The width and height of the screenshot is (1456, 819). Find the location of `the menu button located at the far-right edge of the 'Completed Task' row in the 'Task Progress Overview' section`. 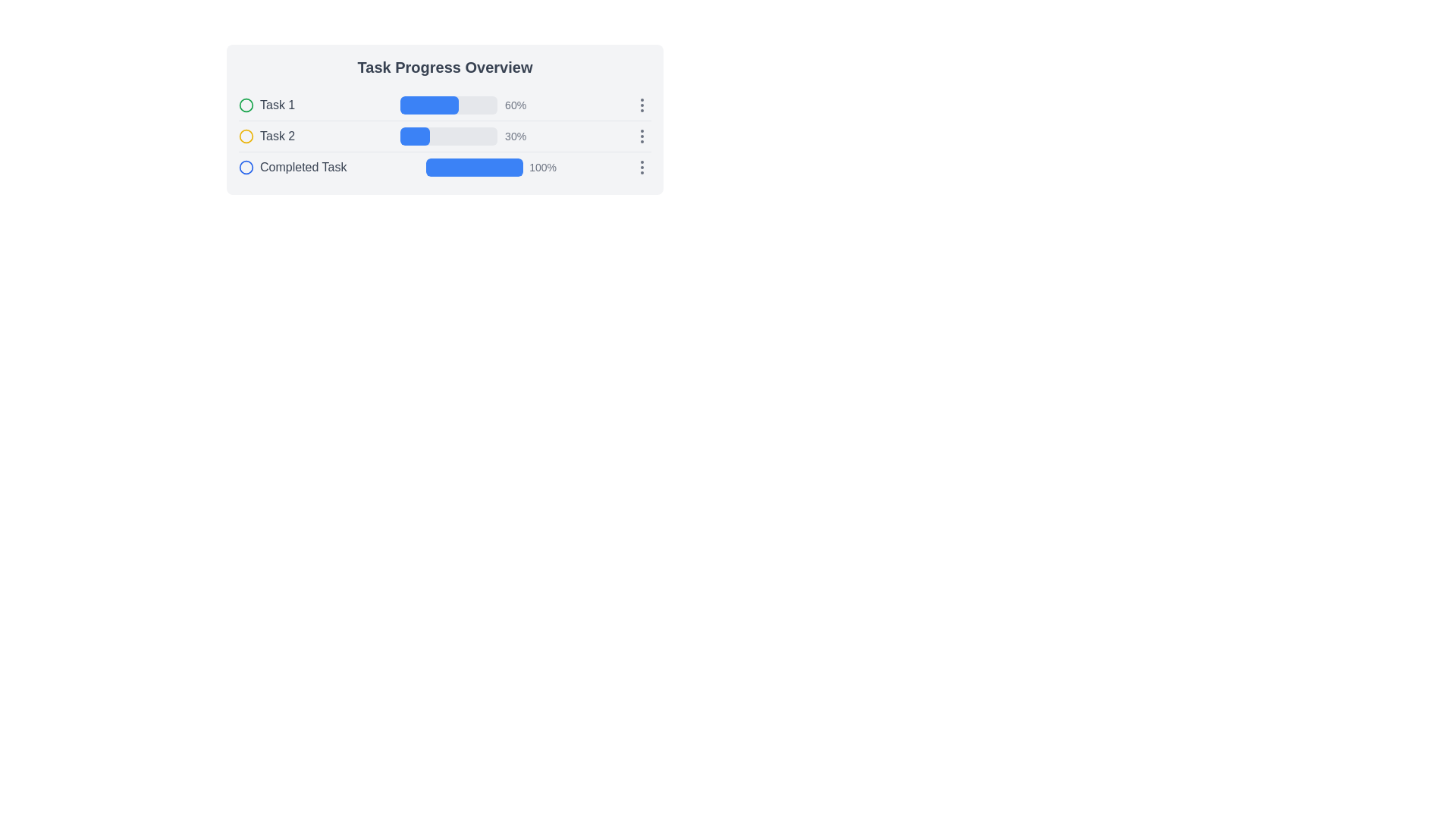

the menu button located at the far-right edge of the 'Completed Task' row in the 'Task Progress Overview' section is located at coordinates (642, 167).